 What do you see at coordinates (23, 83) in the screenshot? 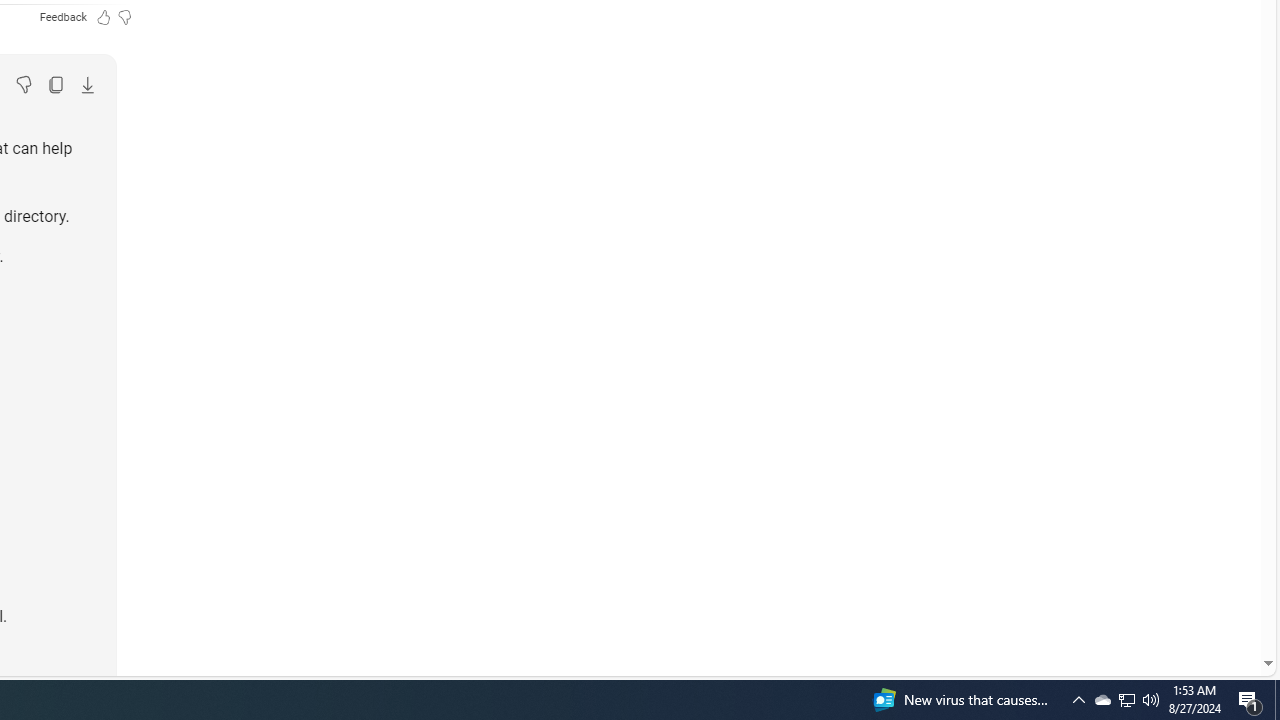
I see `'Dislike'` at bounding box center [23, 83].